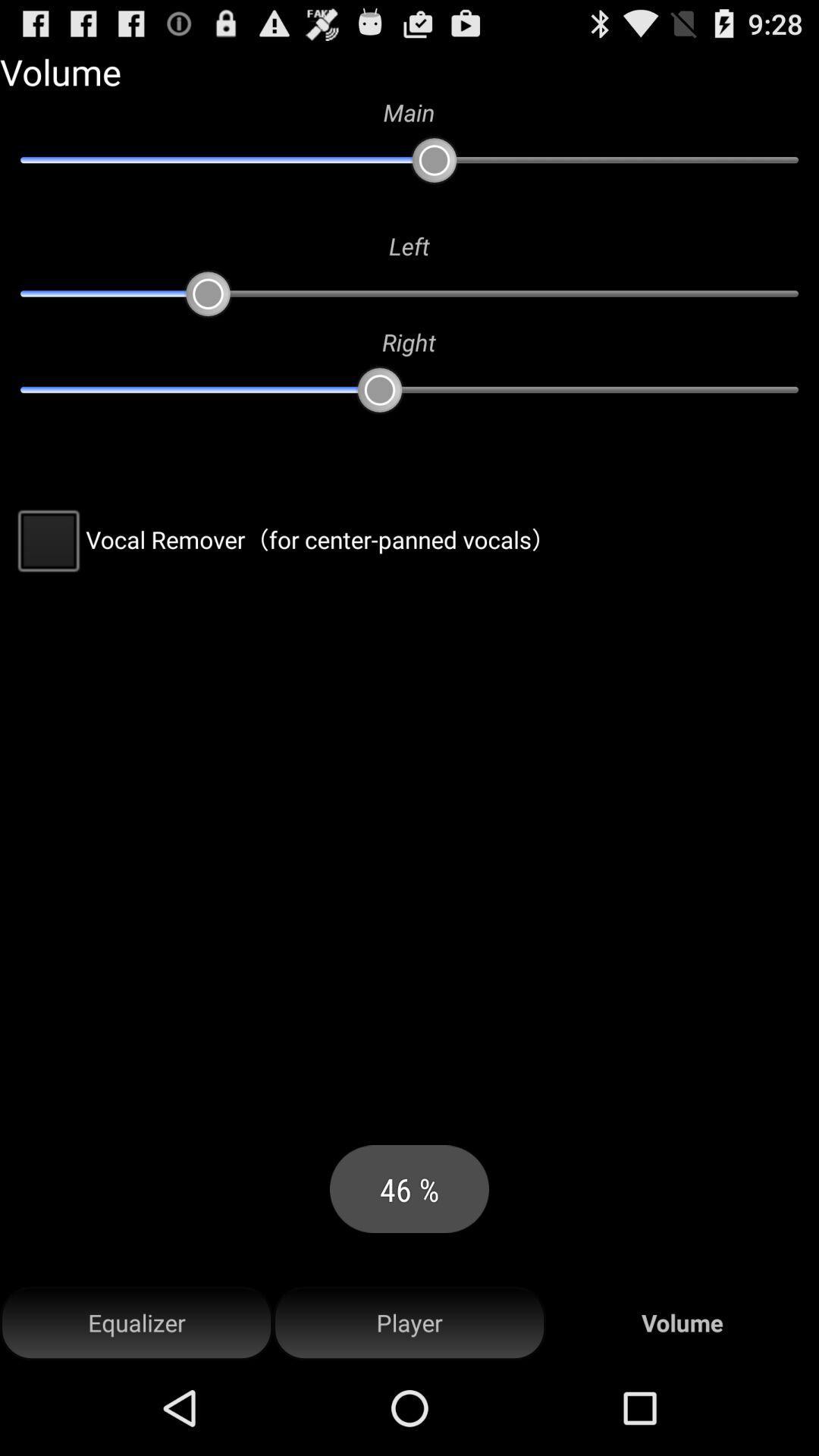 The height and width of the screenshot is (1456, 819). What do you see at coordinates (283, 539) in the screenshot?
I see `the vocal remover for icon` at bounding box center [283, 539].